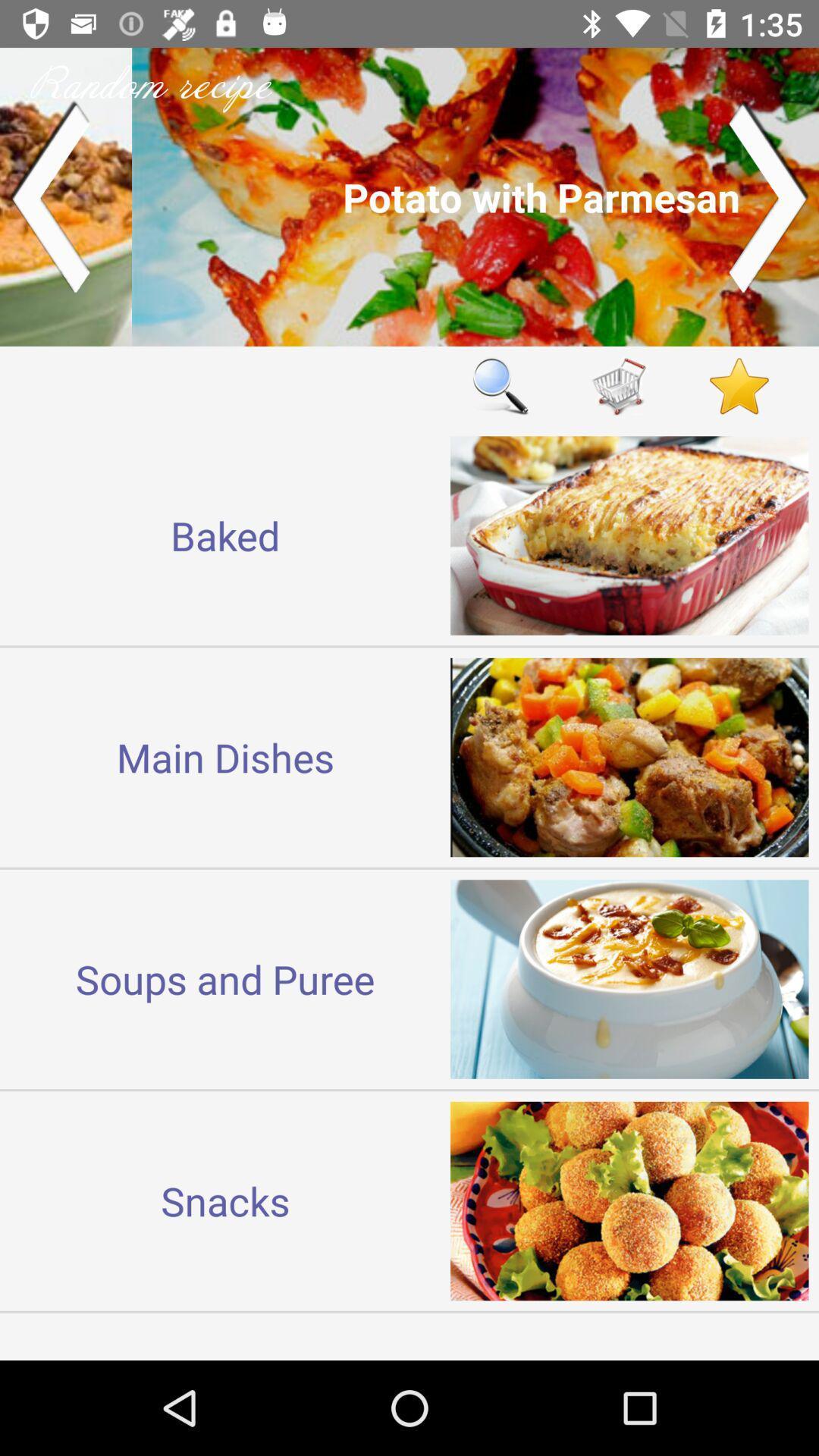 The width and height of the screenshot is (819, 1456). I want to click on the item next to baked icon, so click(500, 386).